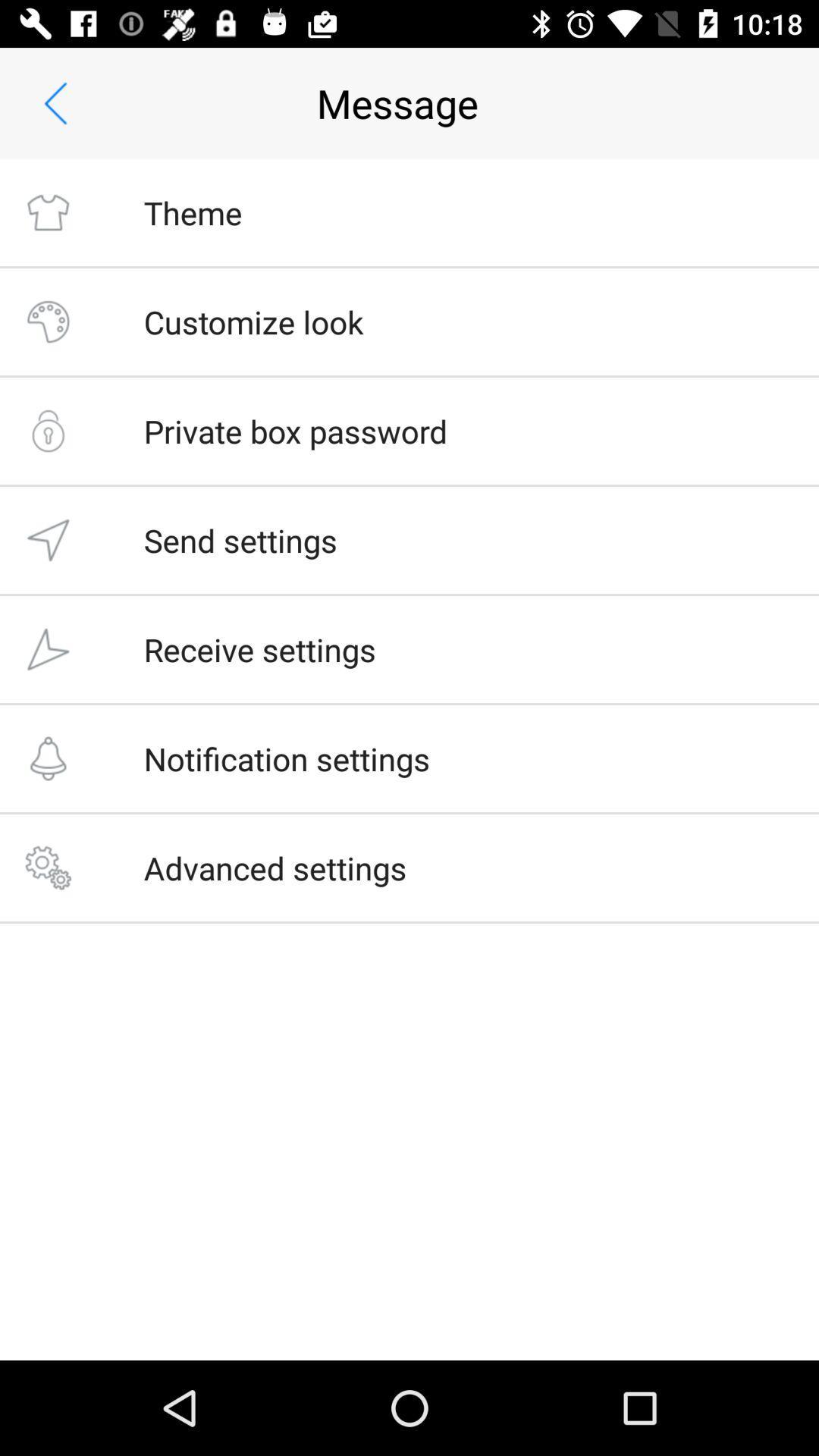 Image resolution: width=819 pixels, height=1456 pixels. I want to click on the icon which is left to advanced settings, so click(47, 868).